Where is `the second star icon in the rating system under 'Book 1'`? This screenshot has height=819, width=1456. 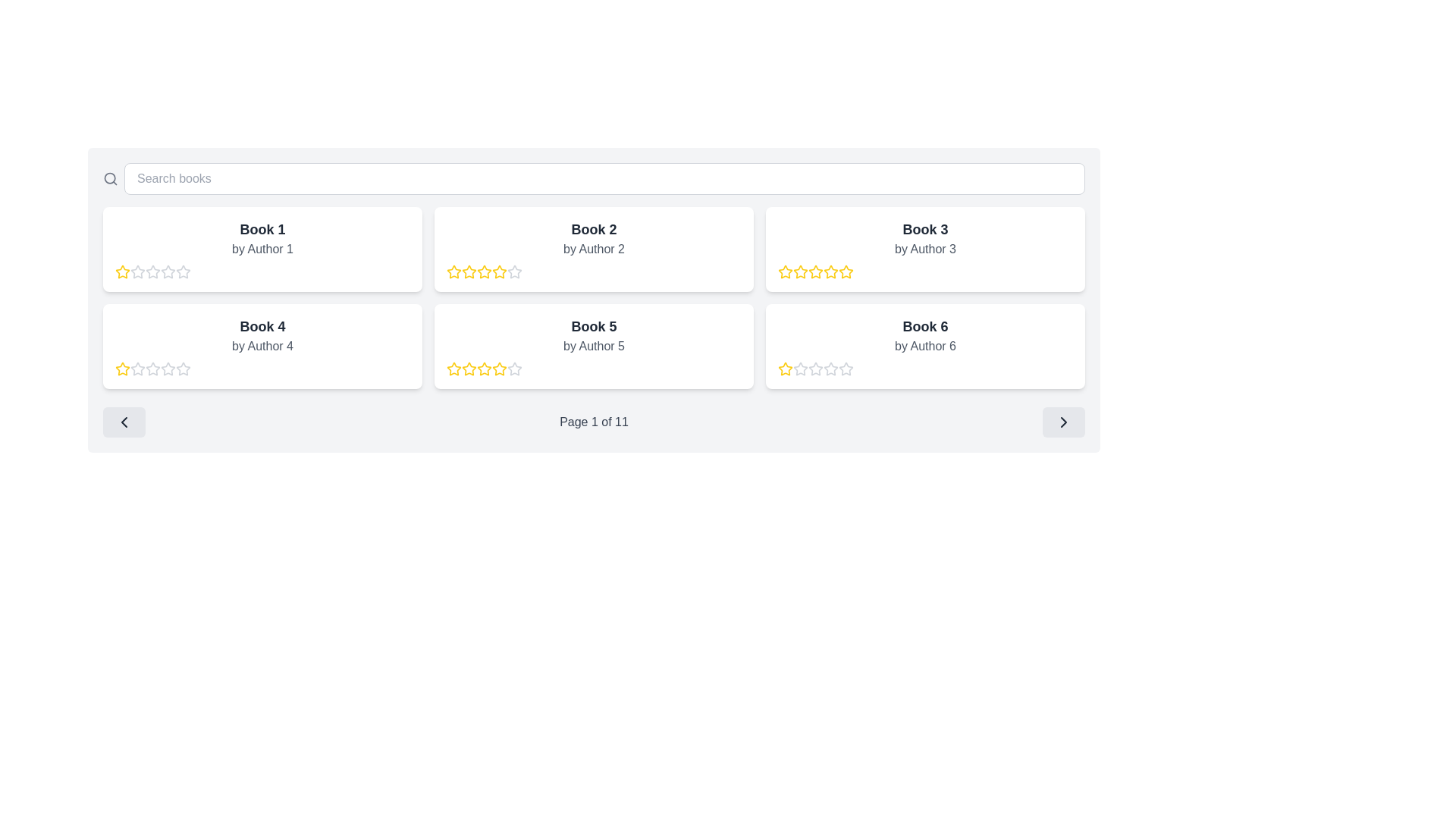 the second star icon in the rating system under 'Book 1' is located at coordinates (182, 271).